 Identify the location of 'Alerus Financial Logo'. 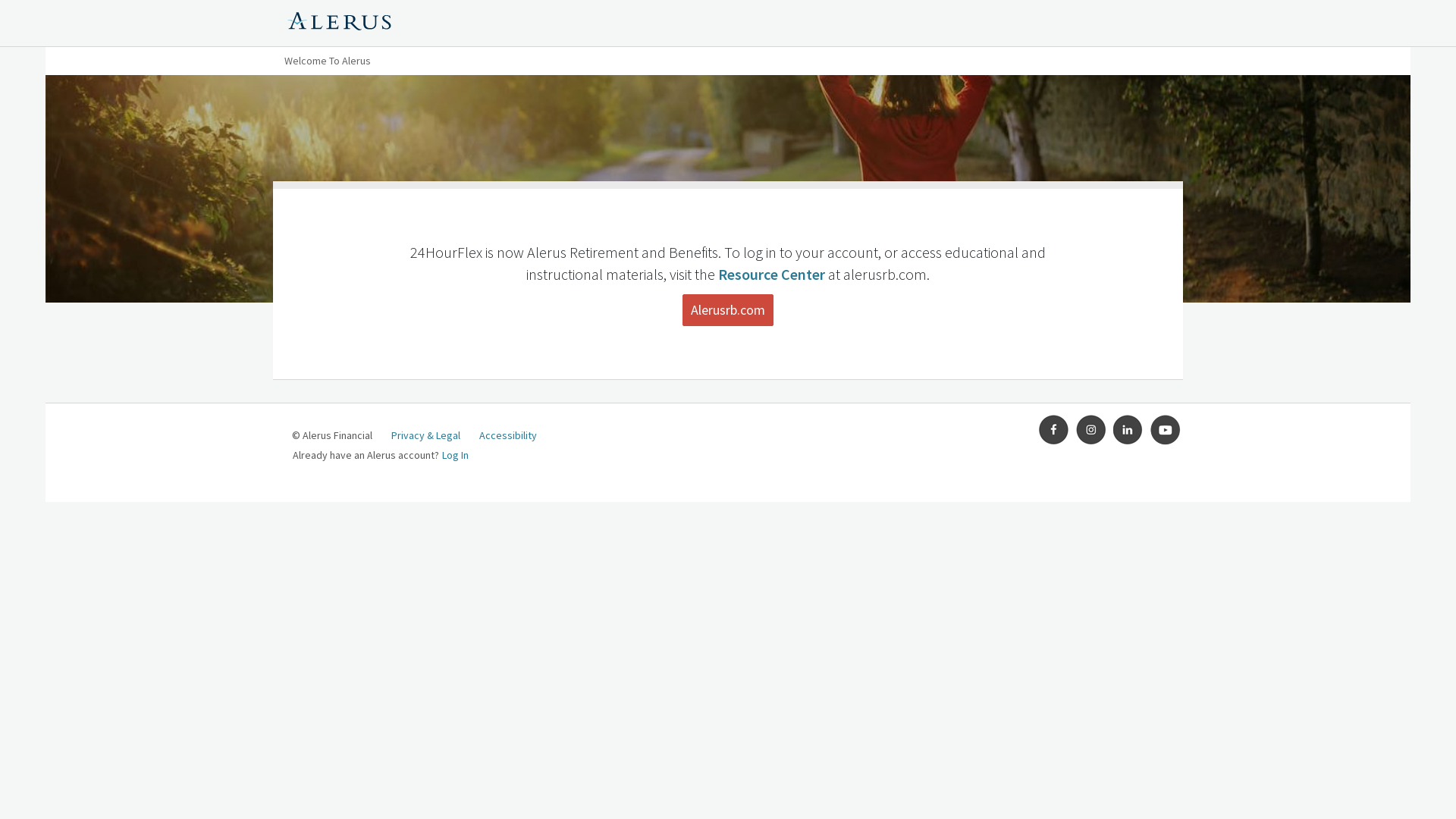
(338, 23).